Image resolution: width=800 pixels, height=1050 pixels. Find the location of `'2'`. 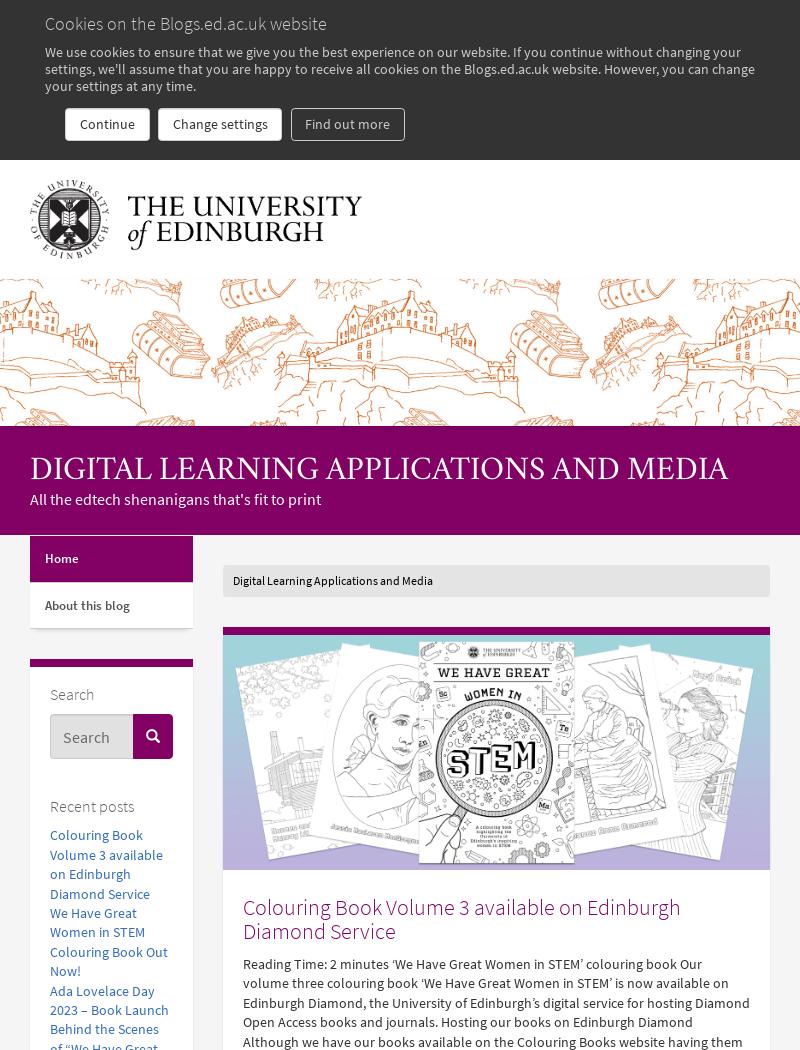

'2' is located at coordinates (331, 962).